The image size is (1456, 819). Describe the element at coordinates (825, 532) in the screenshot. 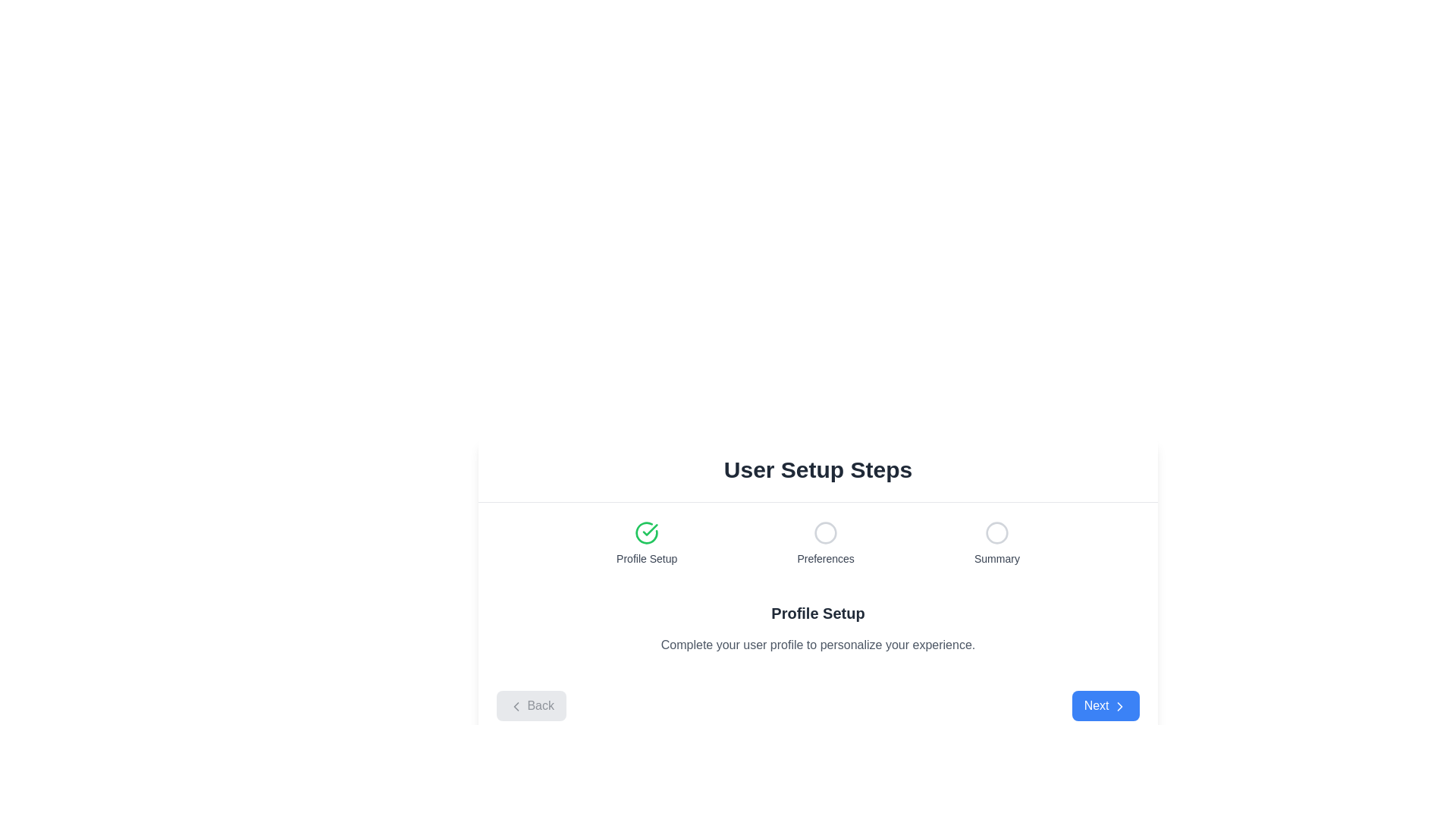

I see `the 'Preferences' icon, which is the second element in a horizontal alignment of three icons representing the setup steps, located between the 'Profile Setup' icon and the 'Summary' icon` at that location.